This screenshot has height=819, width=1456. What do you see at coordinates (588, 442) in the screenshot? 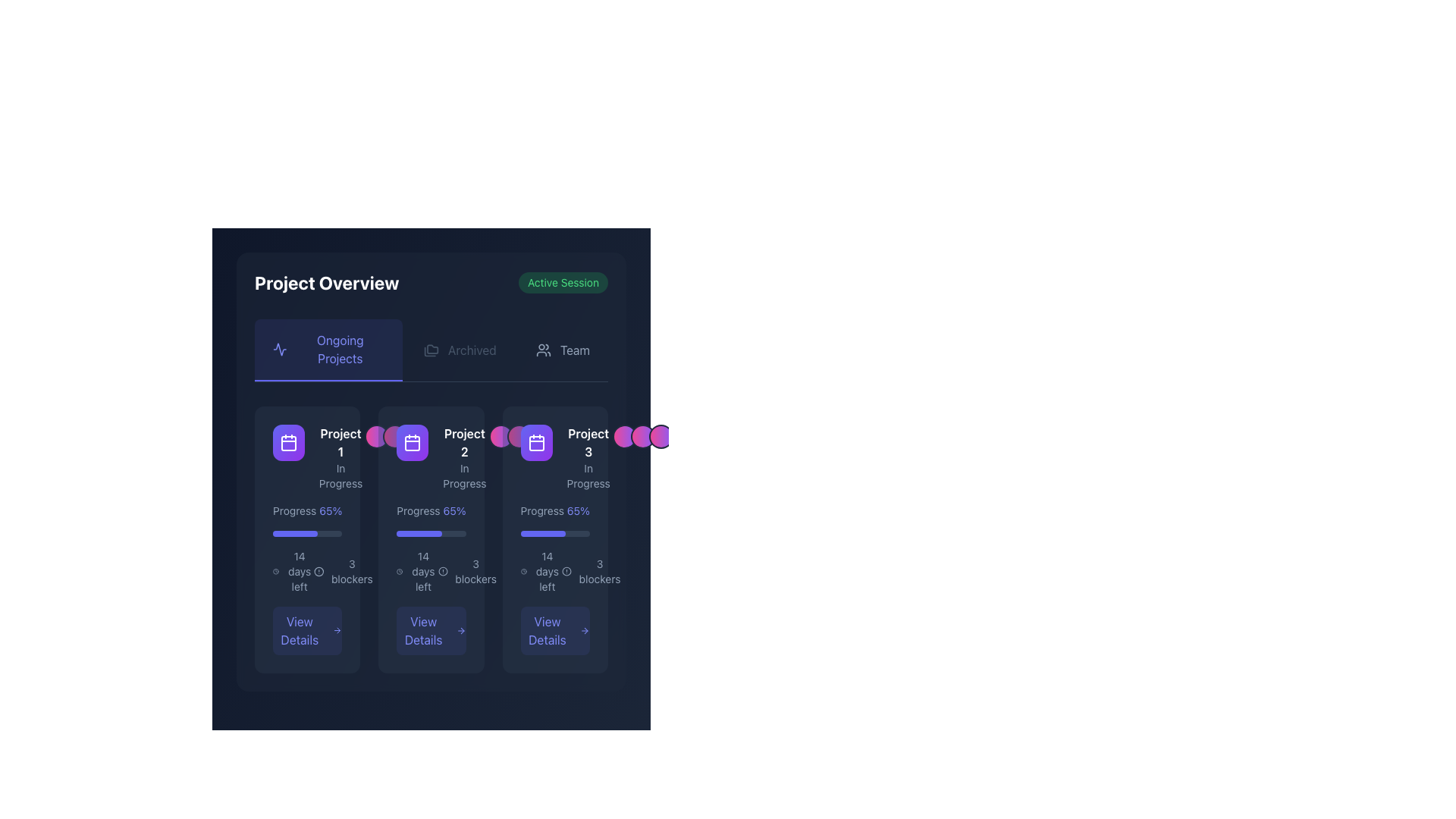
I see `text content of the Text Label displaying 'Project 3' in bold white font on a dark background, located at the top-right of the 'Project 3 In Progress' card` at bounding box center [588, 442].